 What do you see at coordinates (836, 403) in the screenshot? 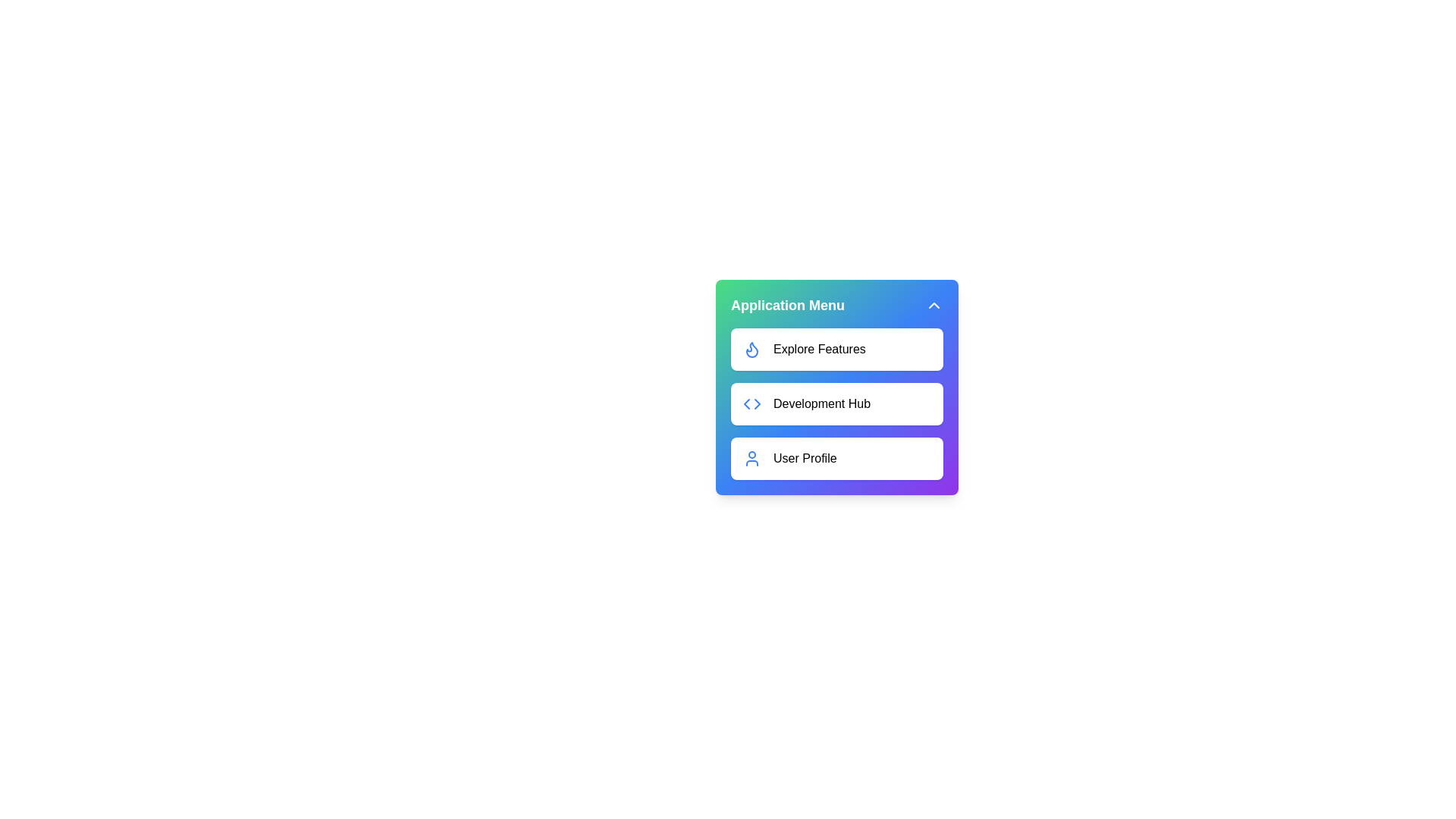
I see `the menu item labeled 'Development Hub' to observe its hover effect` at bounding box center [836, 403].